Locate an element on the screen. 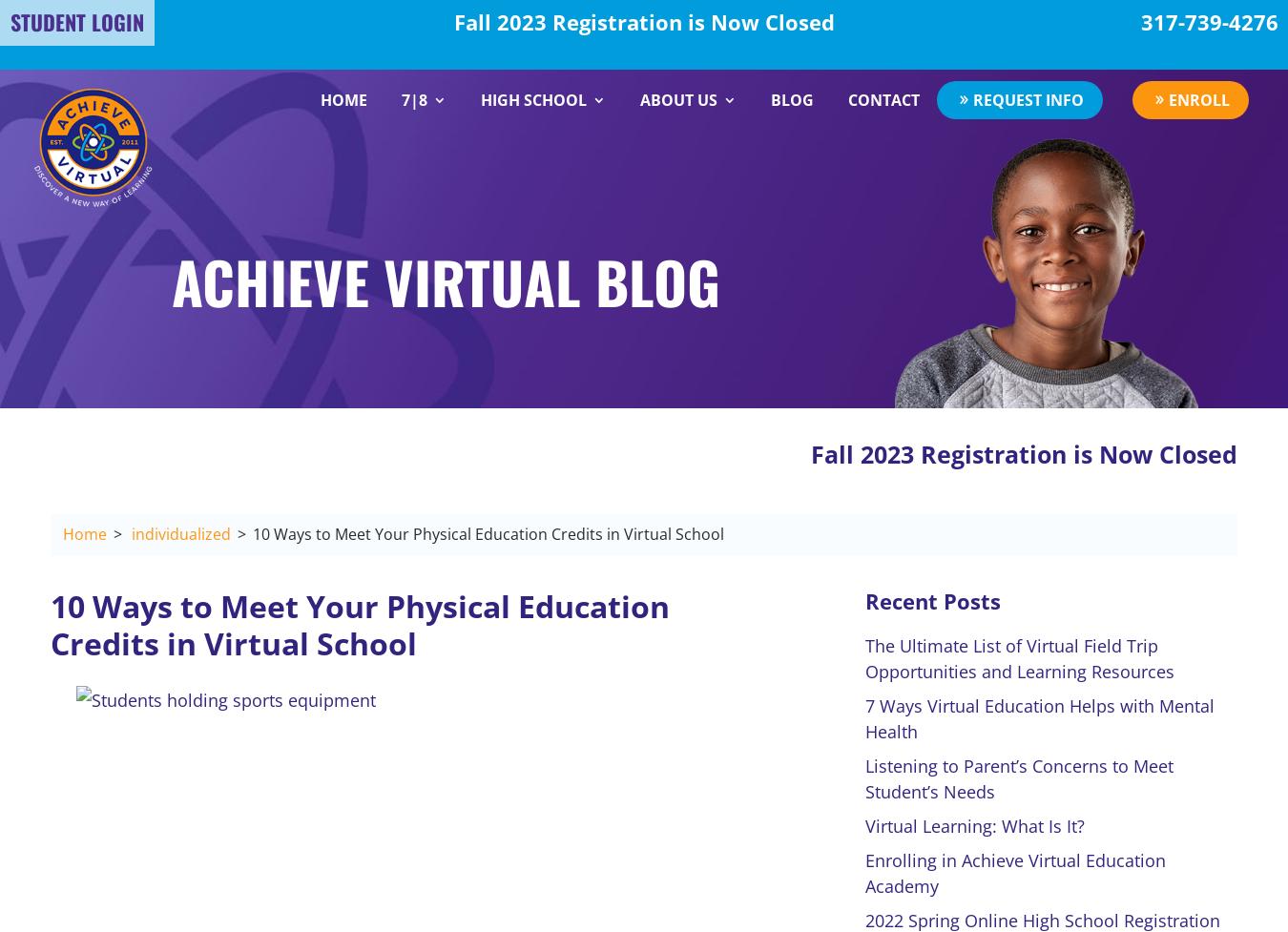  'What to Expect' is located at coordinates (477, 208).